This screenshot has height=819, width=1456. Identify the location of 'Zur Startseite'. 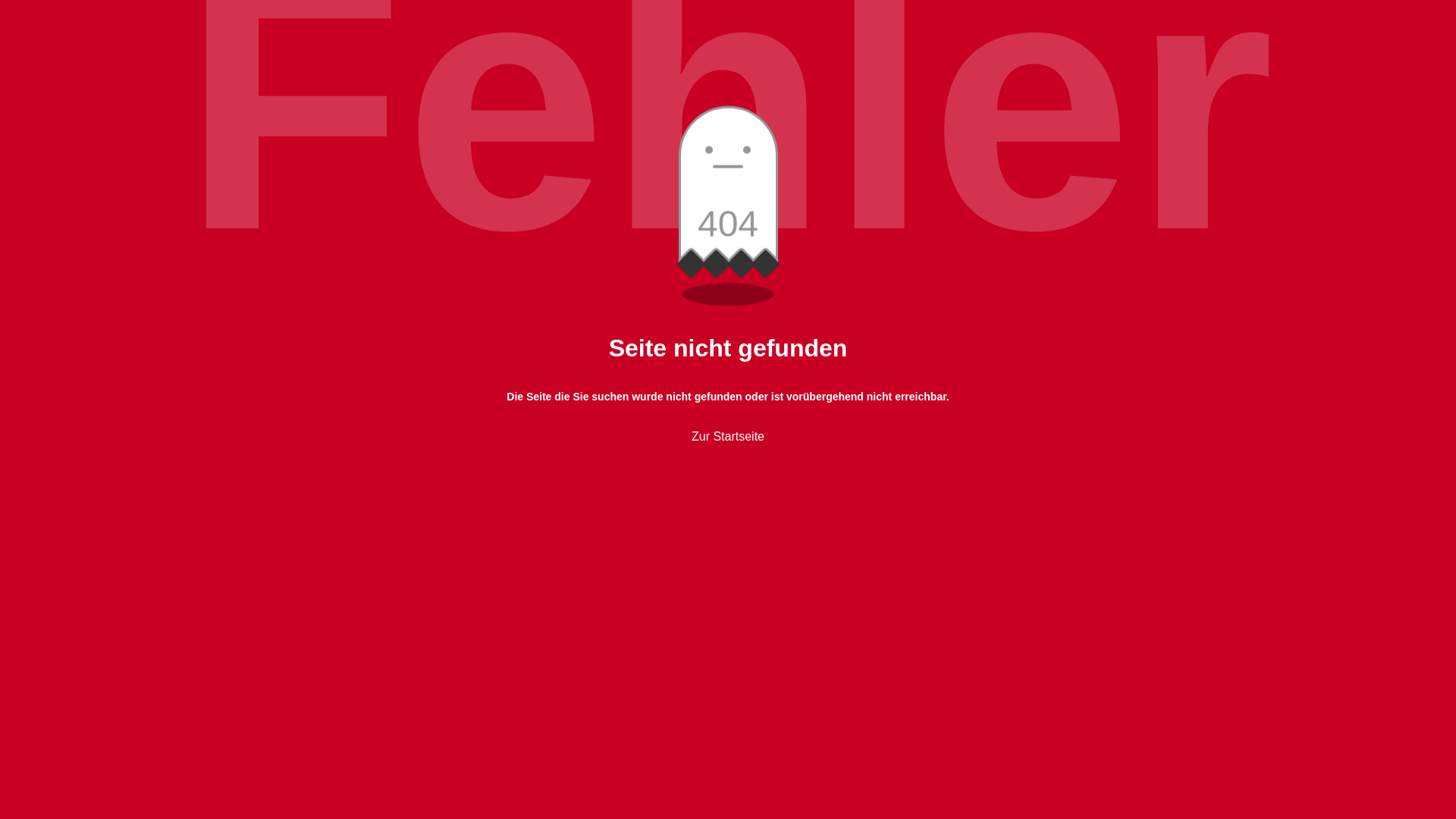
(728, 436).